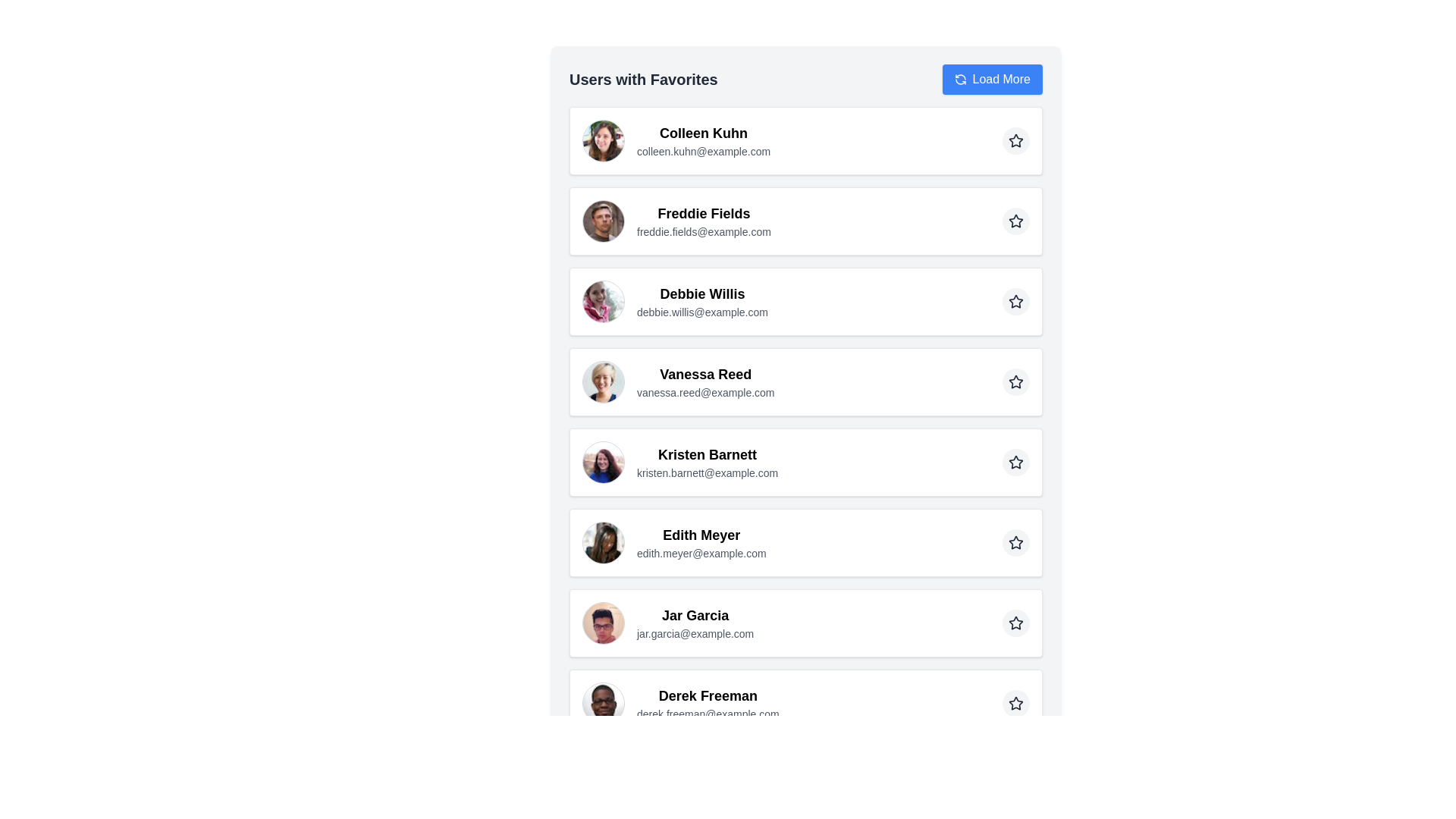 This screenshot has width=1456, height=819. Describe the element at coordinates (707, 696) in the screenshot. I see `the text label displaying the name 'Derek Freeman', which is located at the bottom of the list, to help users identify the individual` at that location.